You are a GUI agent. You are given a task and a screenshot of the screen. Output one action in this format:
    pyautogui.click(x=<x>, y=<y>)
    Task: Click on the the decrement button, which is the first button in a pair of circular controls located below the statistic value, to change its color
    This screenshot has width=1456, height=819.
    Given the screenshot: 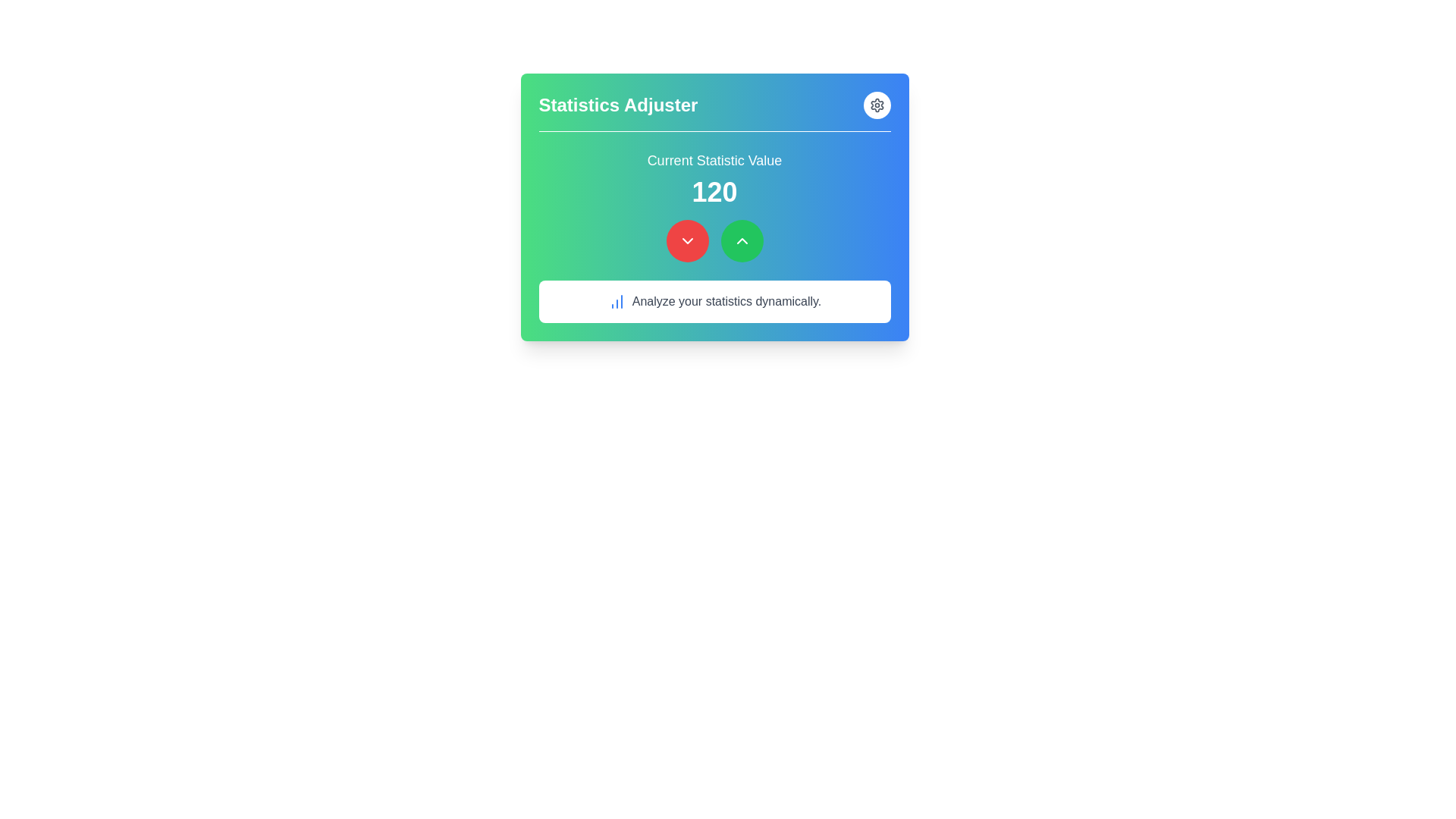 What is the action you would take?
    pyautogui.click(x=686, y=240)
    